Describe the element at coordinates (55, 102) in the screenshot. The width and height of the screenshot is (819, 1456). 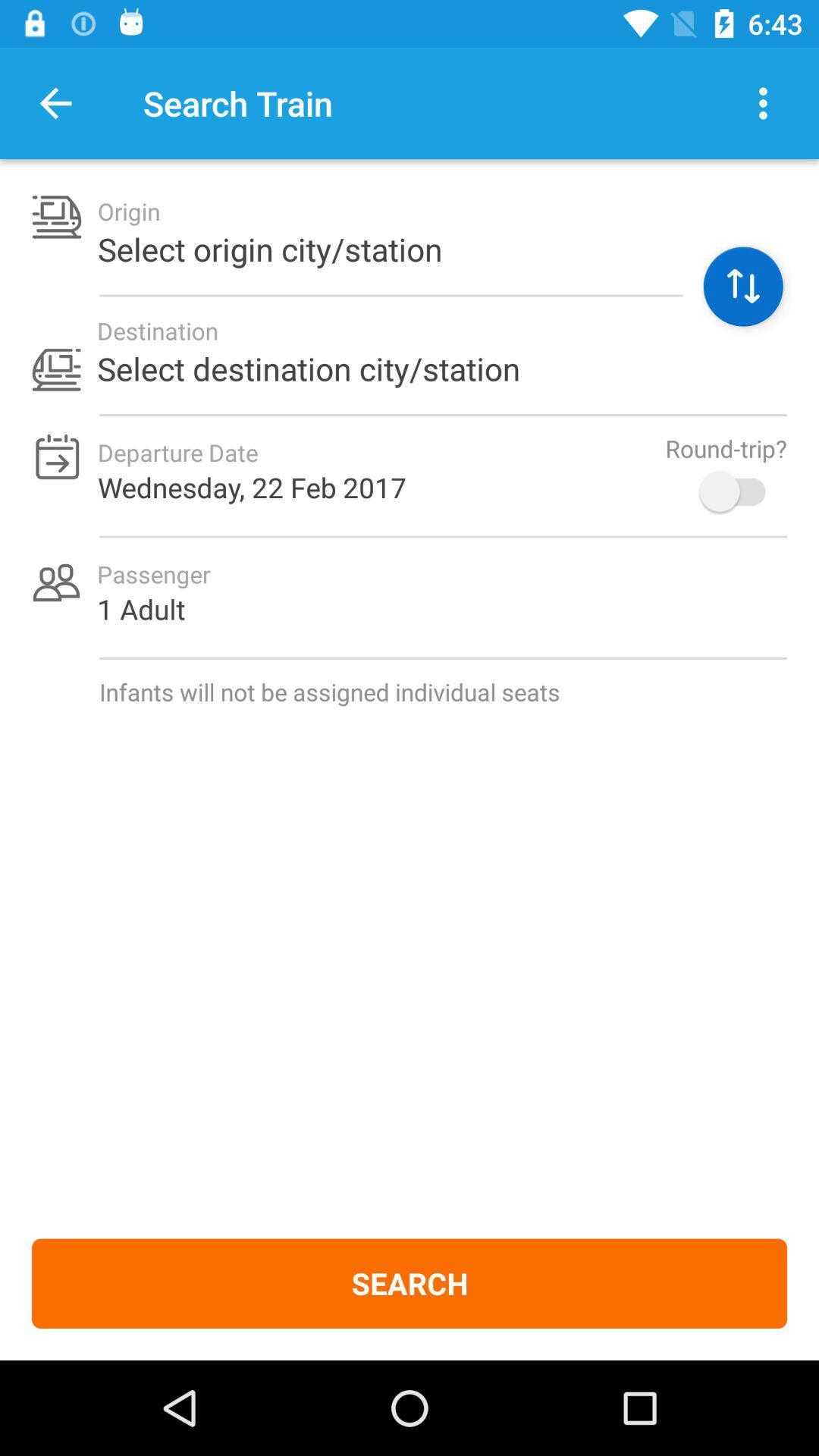
I see `icon next to search train icon` at that location.